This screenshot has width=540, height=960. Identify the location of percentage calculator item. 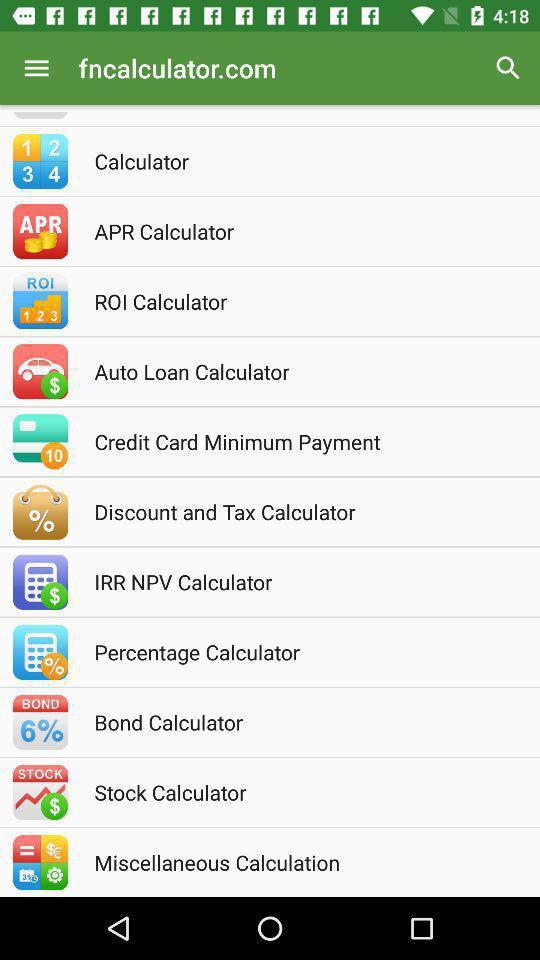
(296, 651).